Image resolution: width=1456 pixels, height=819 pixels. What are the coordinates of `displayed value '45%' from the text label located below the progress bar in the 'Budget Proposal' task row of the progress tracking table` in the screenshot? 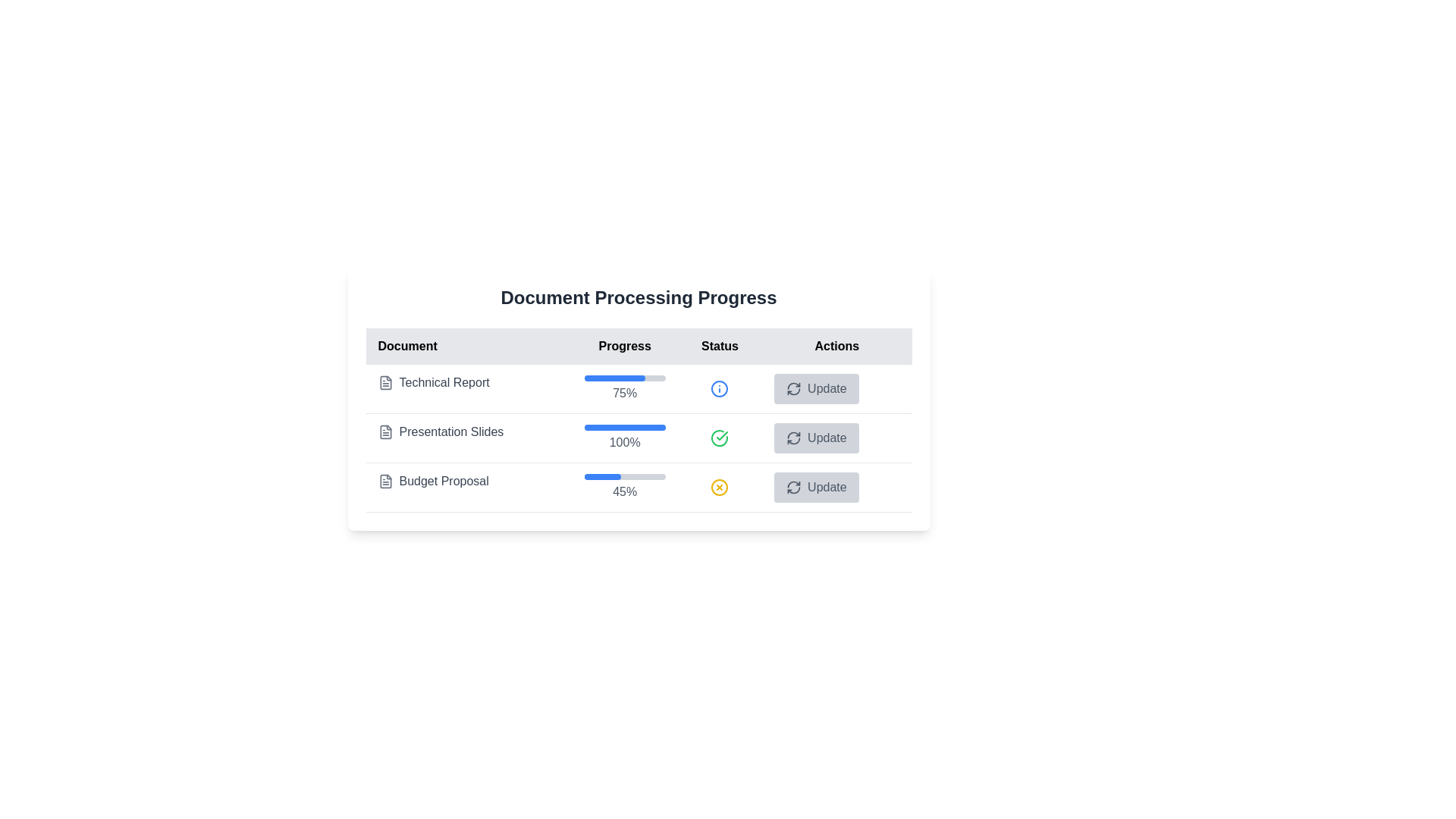 It's located at (625, 491).